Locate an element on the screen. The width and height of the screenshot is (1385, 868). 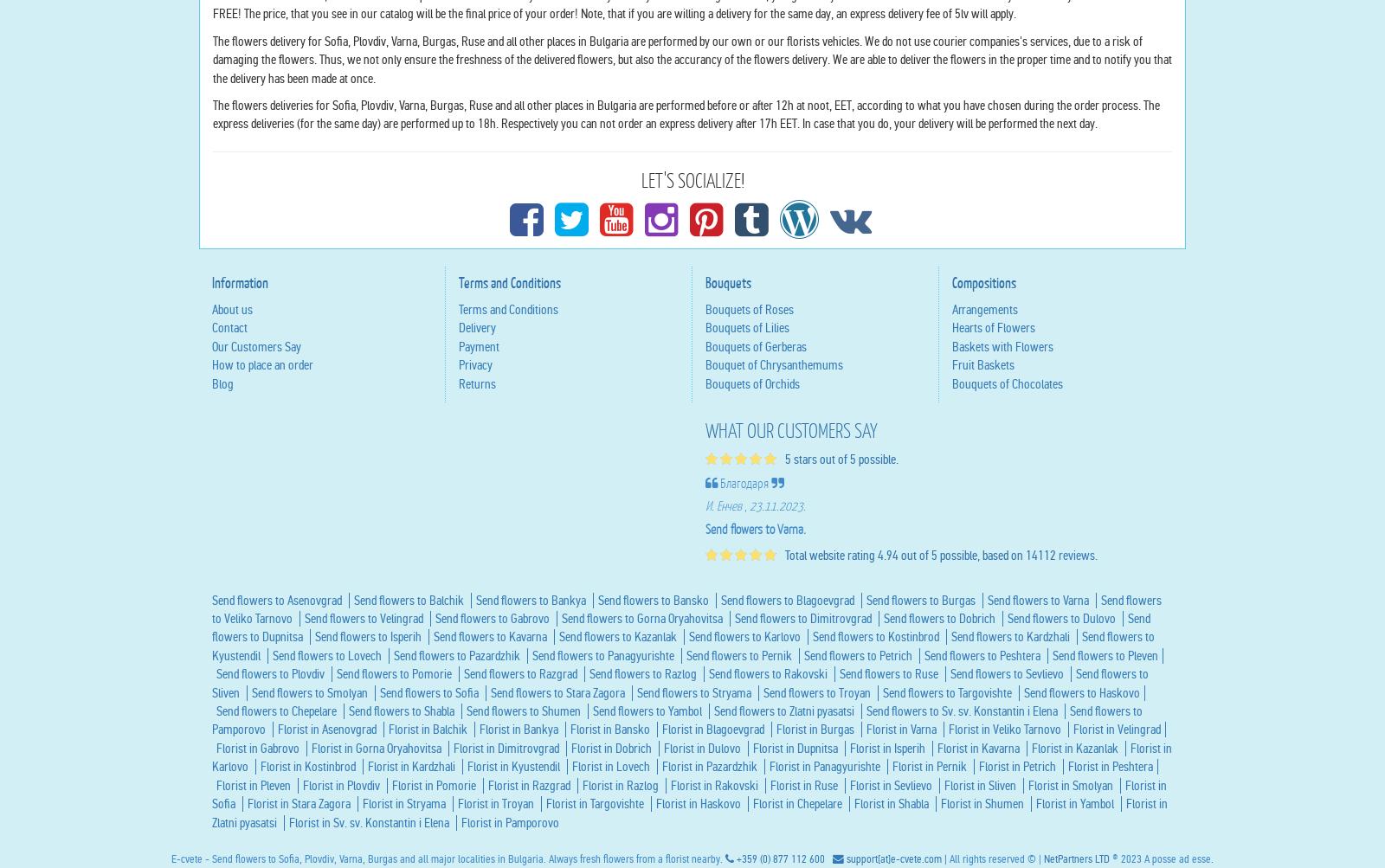
'Send flowers to Bankya' is located at coordinates (532, 766).